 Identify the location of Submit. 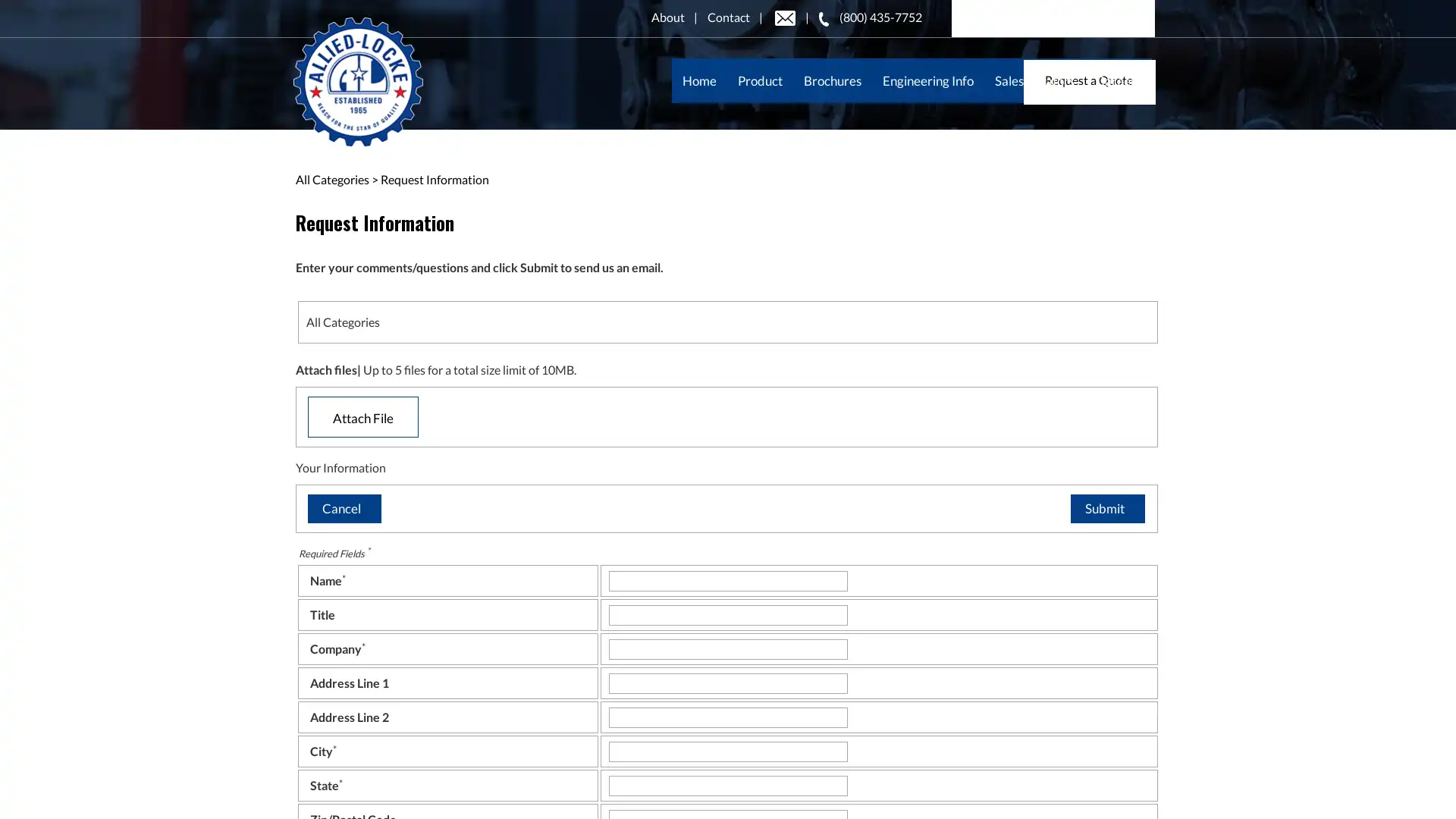
(1106, 508).